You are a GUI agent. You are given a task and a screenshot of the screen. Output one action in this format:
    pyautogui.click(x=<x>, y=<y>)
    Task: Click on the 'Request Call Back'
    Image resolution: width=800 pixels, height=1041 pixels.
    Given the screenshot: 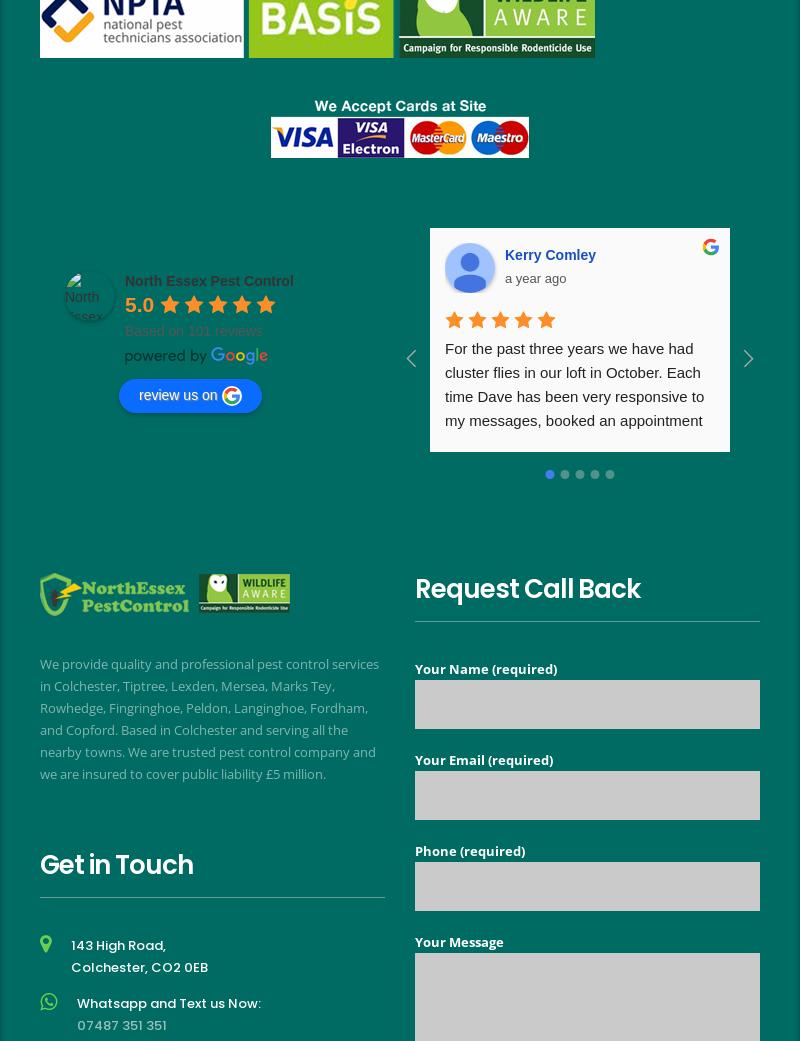 What is the action you would take?
    pyautogui.click(x=526, y=587)
    